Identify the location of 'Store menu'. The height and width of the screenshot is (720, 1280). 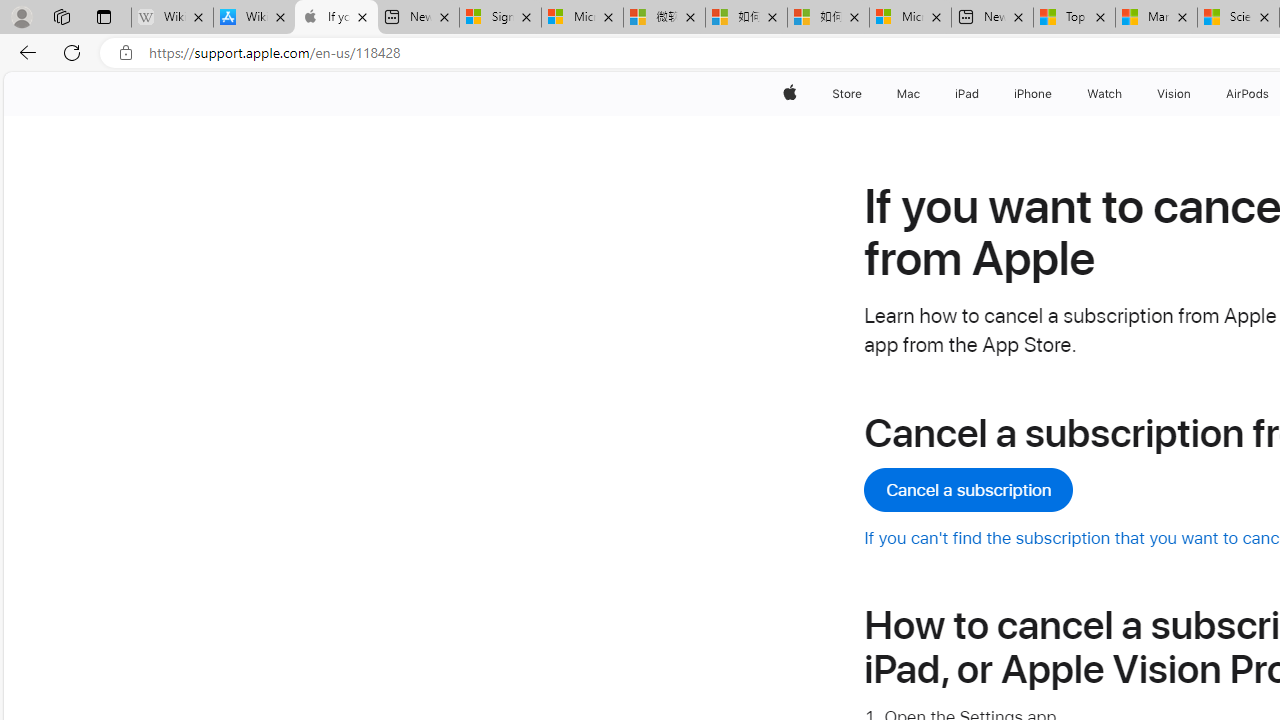
(865, 93).